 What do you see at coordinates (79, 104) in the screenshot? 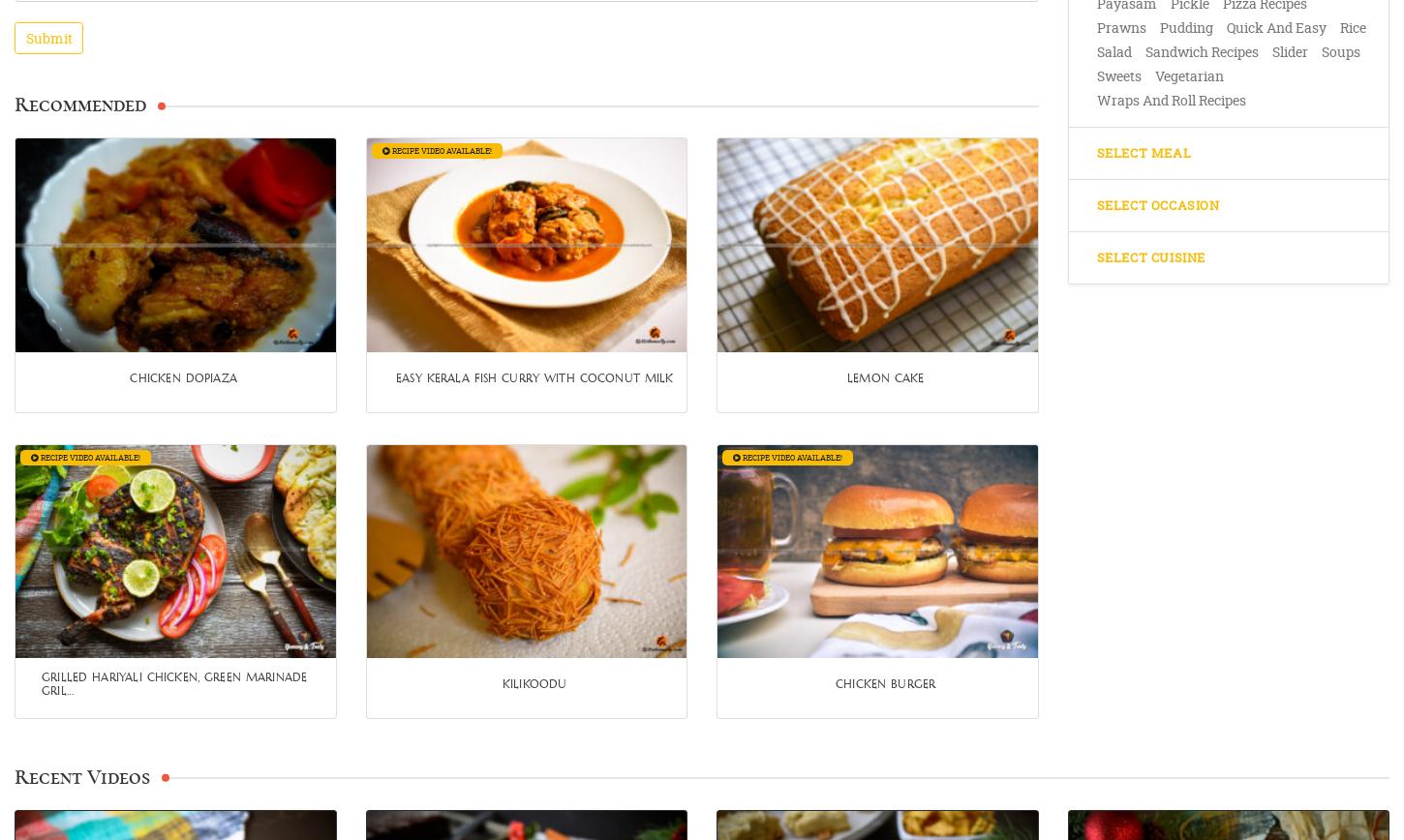
I see `'Recommended'` at bounding box center [79, 104].